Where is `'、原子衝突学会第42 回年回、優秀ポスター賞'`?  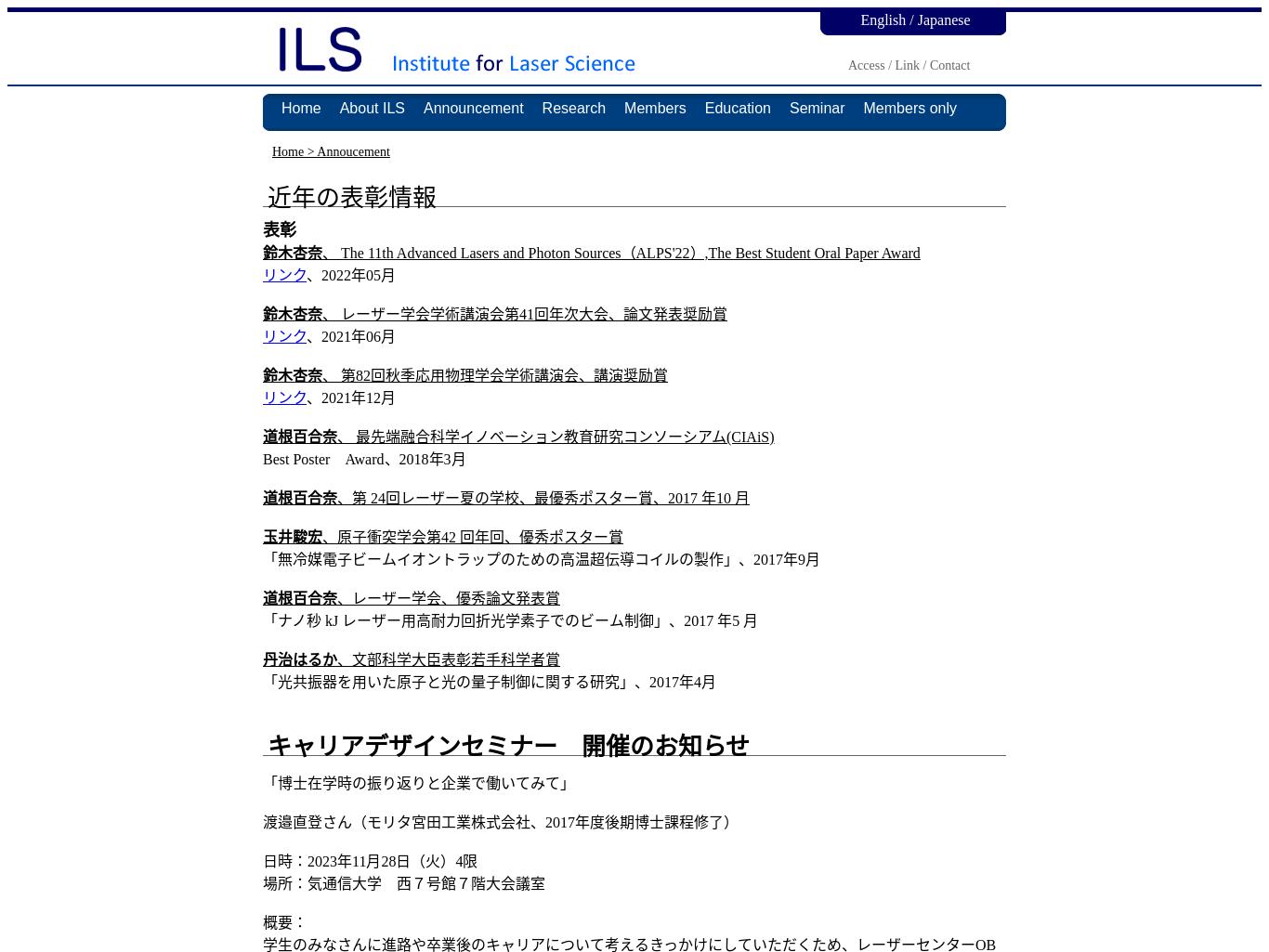
'、原子衝突学会第42 回年回、優秀ポスター賞' is located at coordinates (472, 537).